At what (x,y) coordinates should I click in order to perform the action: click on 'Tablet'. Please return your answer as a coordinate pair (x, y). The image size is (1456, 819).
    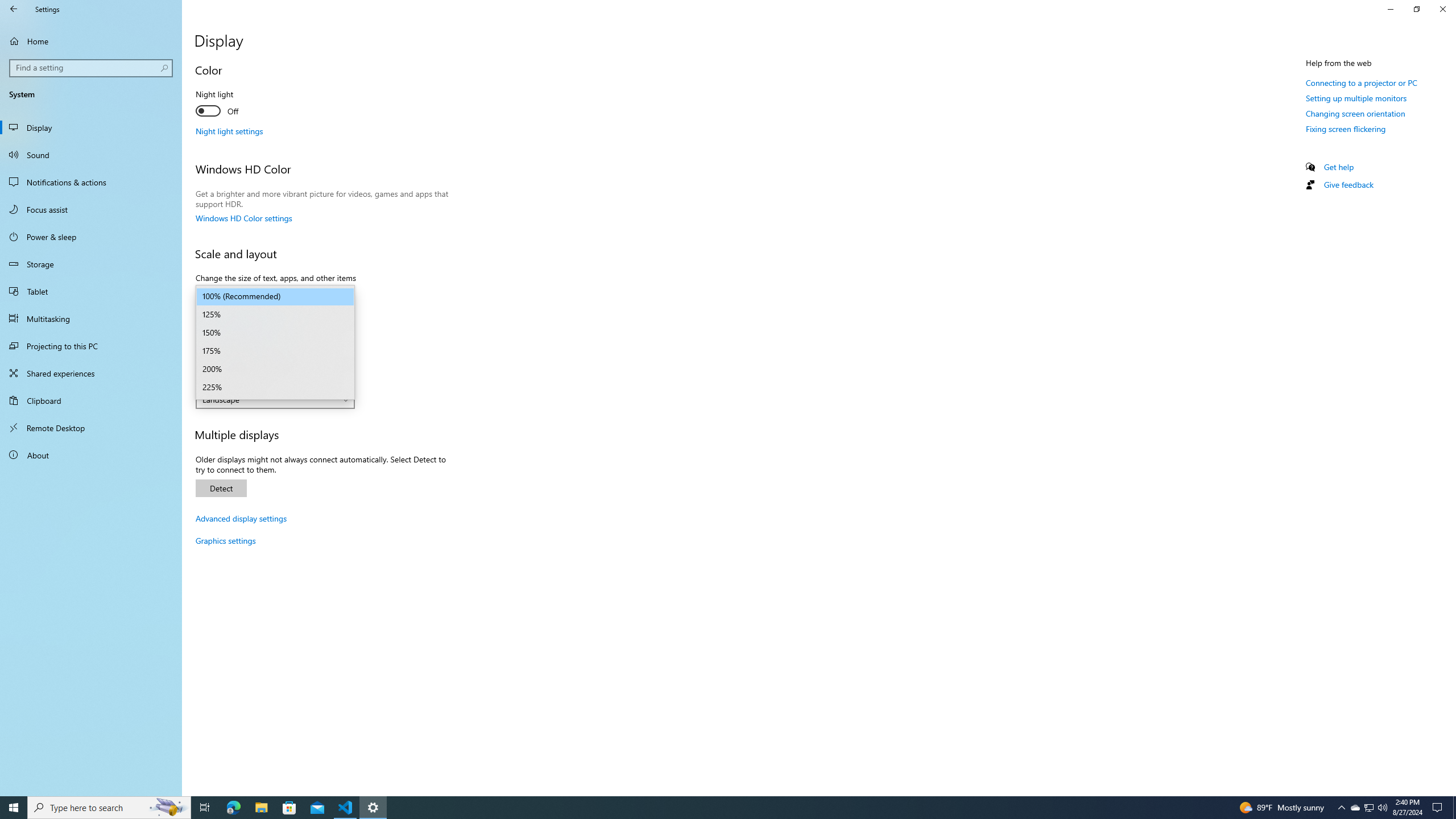
    Looking at the image, I should click on (90, 290).